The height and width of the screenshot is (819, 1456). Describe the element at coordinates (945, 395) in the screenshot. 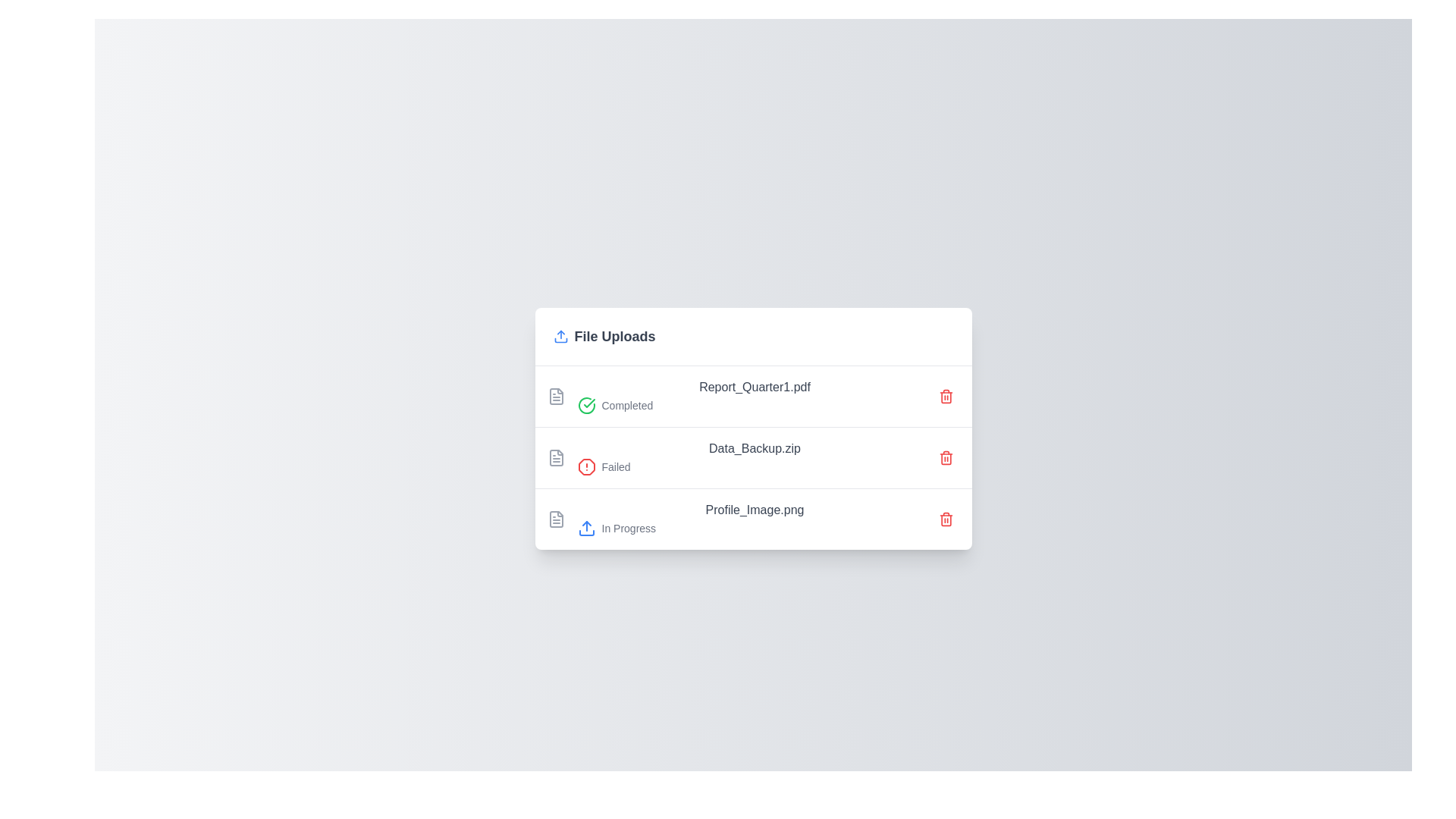

I see `the trash bin icon, which is red and located to the right of the file name 'Report_Quarter1.pdf' in the first row of the file list` at that location.